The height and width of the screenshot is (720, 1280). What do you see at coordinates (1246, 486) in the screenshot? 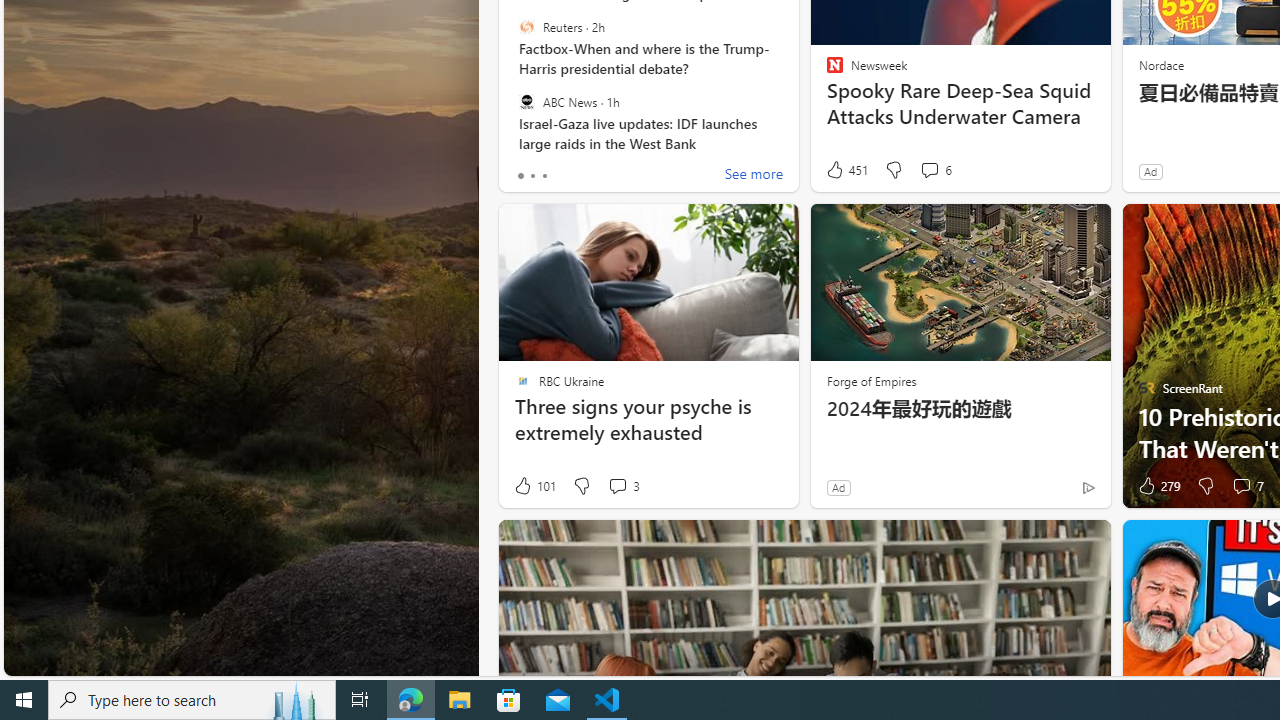
I see `'View comments 7 Comment'` at bounding box center [1246, 486].